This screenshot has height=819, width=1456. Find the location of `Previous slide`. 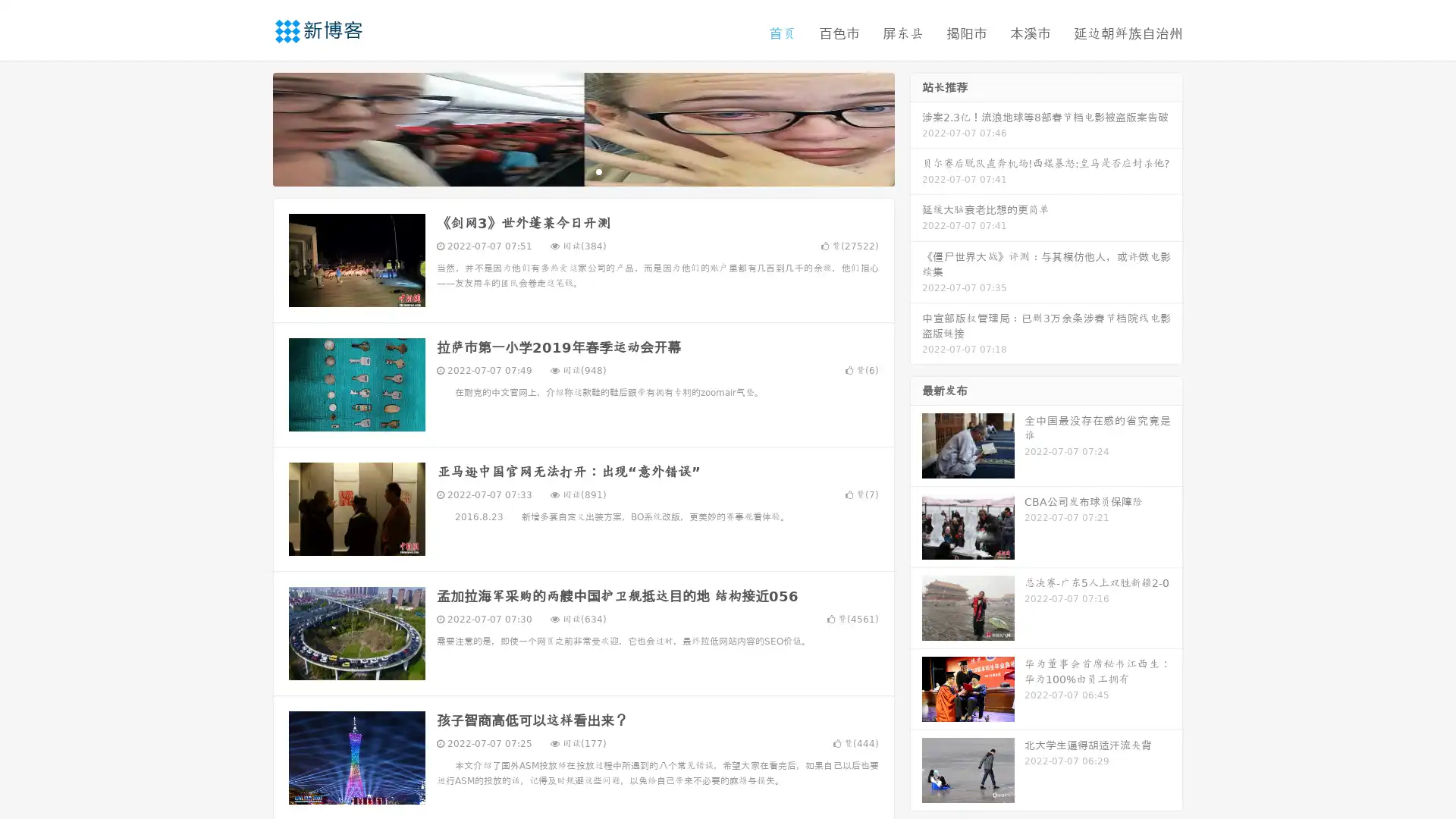

Previous slide is located at coordinates (250, 127).